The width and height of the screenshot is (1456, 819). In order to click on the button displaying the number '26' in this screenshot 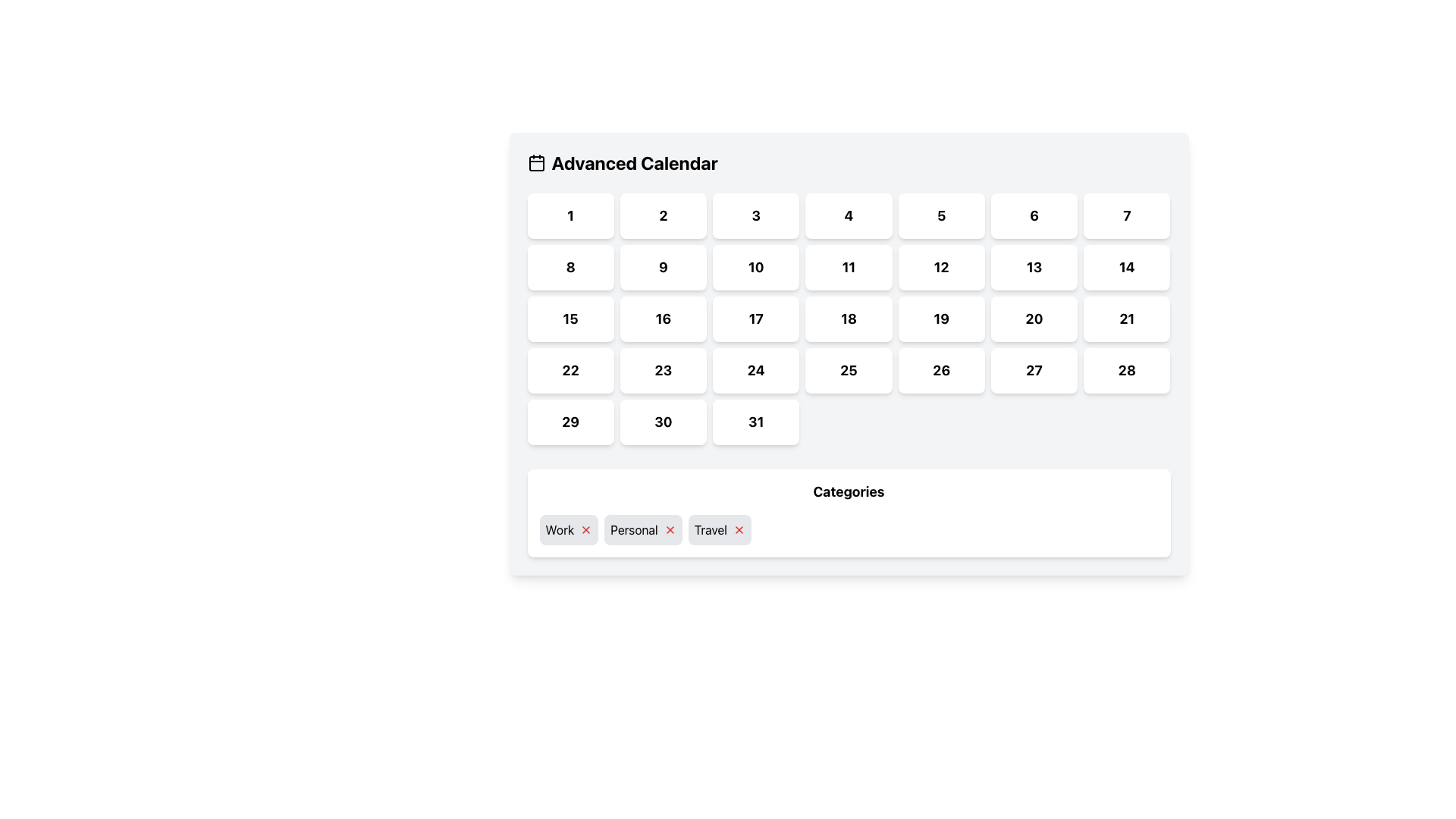, I will do `click(940, 371)`.